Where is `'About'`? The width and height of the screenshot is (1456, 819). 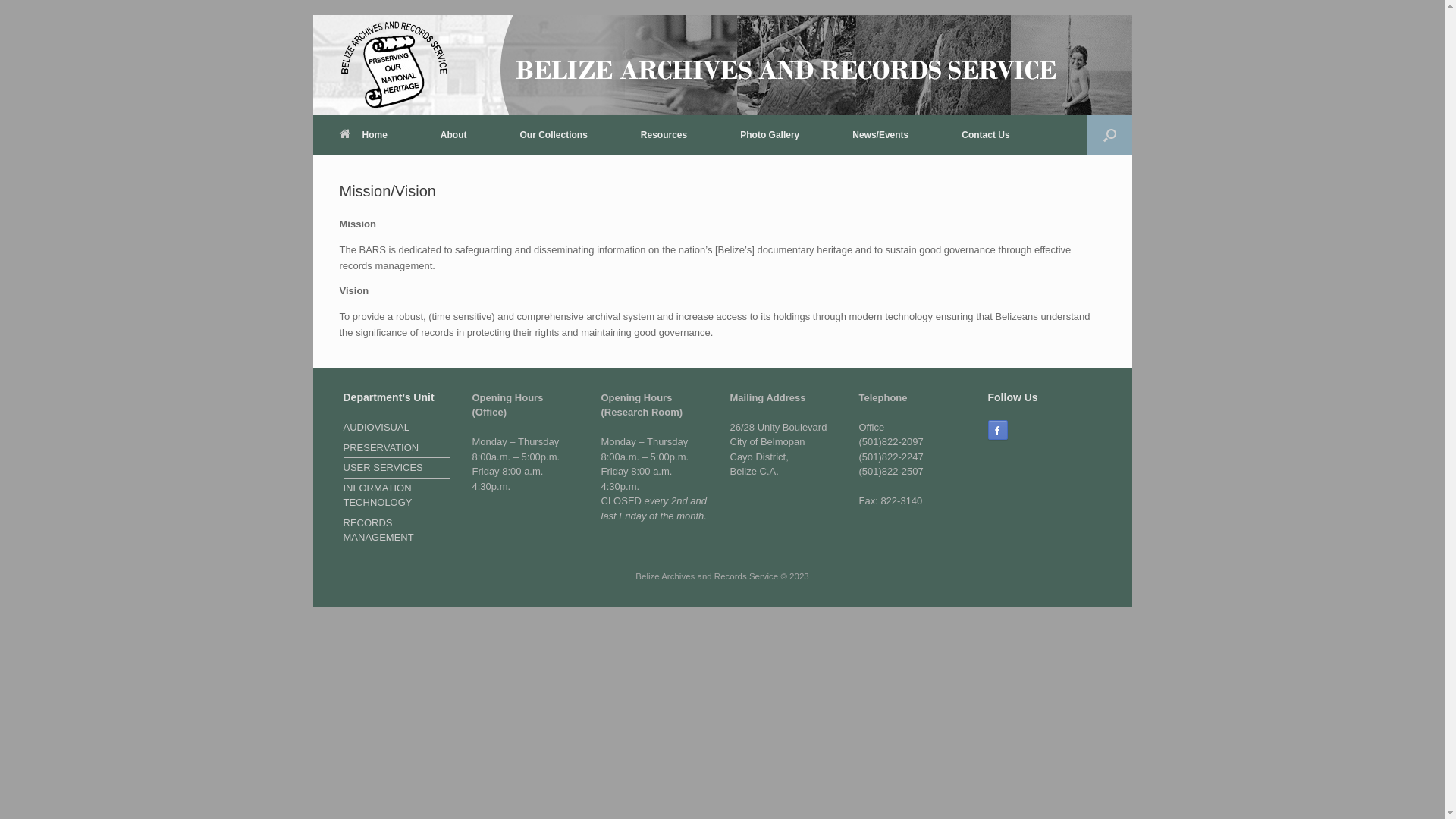 'About' is located at coordinates (453, 133).